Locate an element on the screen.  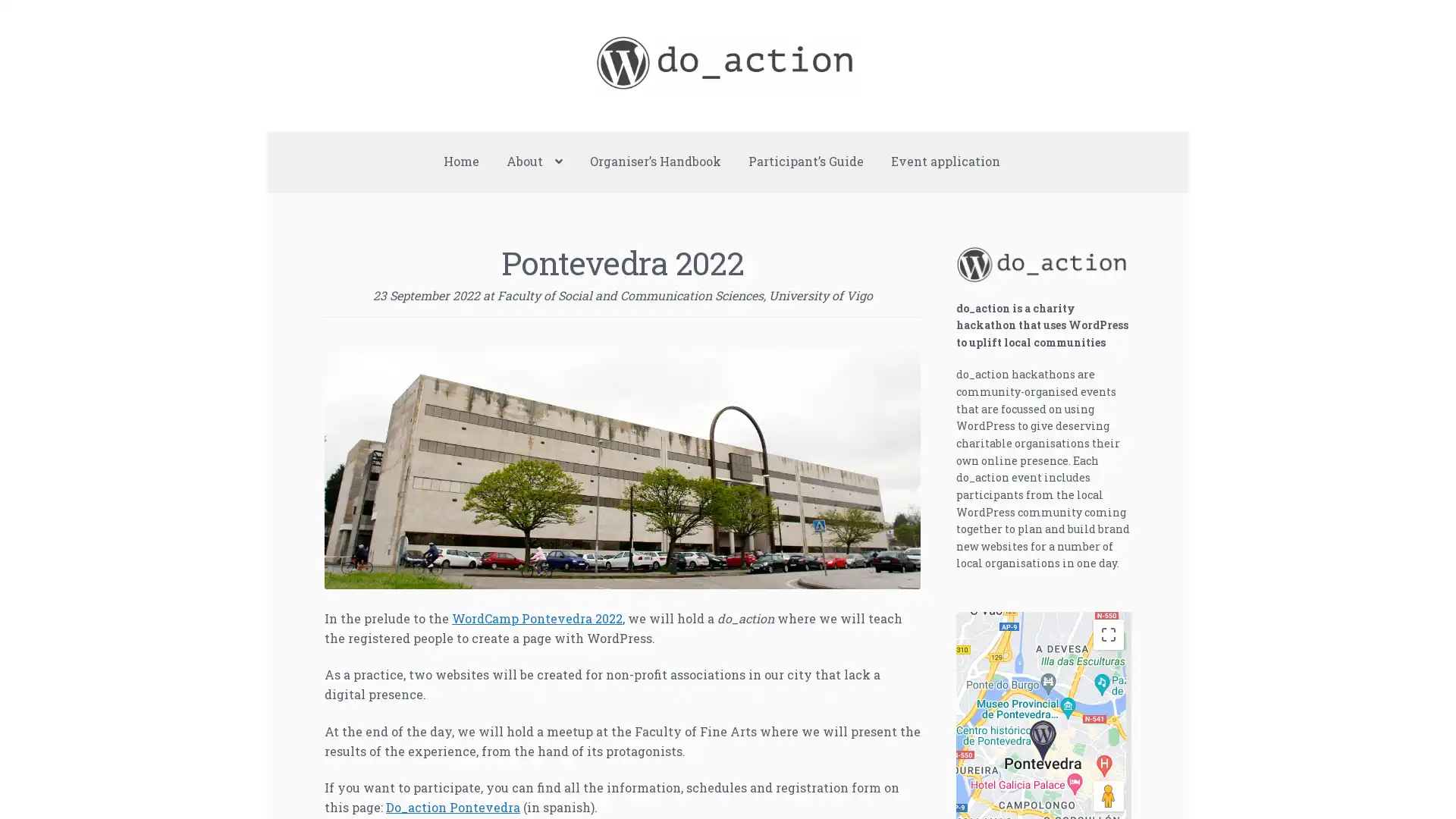
Pontevedra 2022 is located at coordinates (1042, 740).